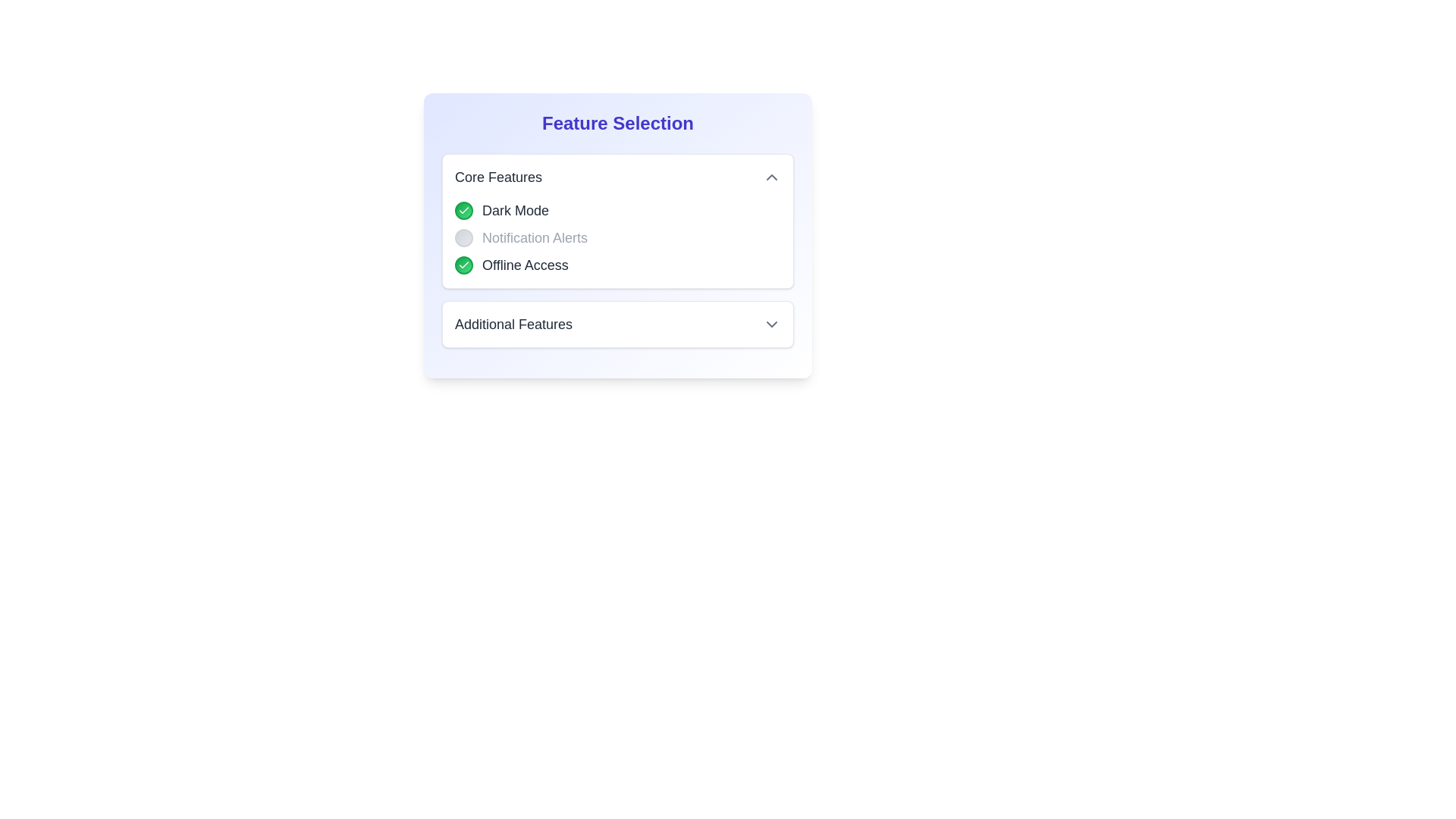  Describe the element at coordinates (535, 237) in the screenshot. I see `the static text label displaying 'Notification Alerts' located under the 'Core Features' section, positioned to the right of a circular icon` at that location.